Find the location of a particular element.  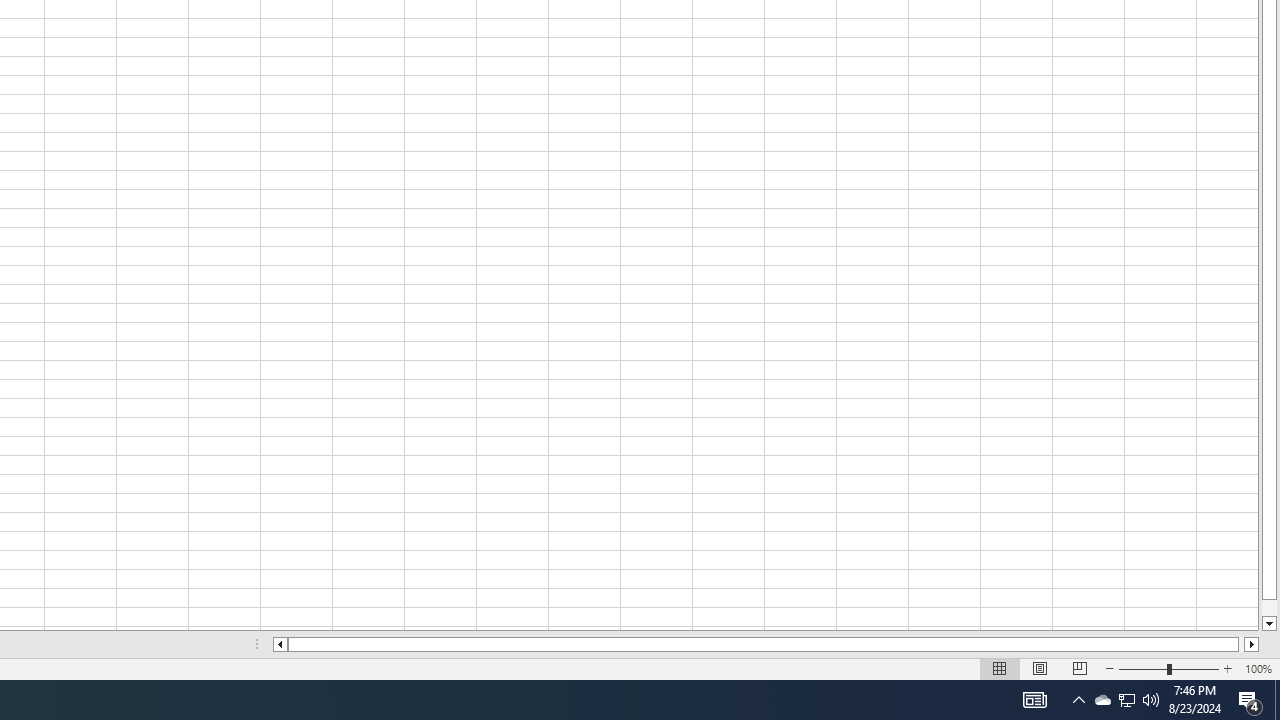

'Page right' is located at coordinates (1240, 644).